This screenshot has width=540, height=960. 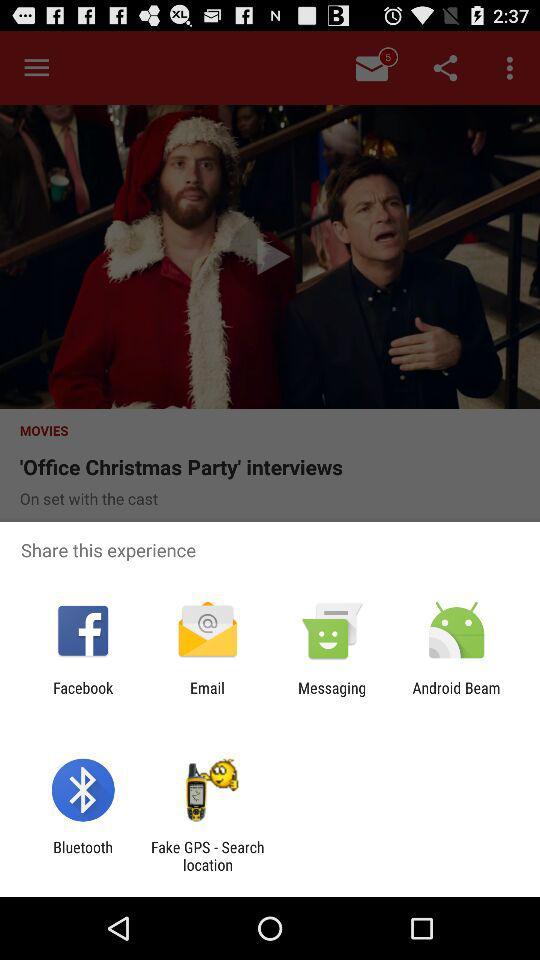 I want to click on item to the right of the messaging icon, so click(x=456, y=696).